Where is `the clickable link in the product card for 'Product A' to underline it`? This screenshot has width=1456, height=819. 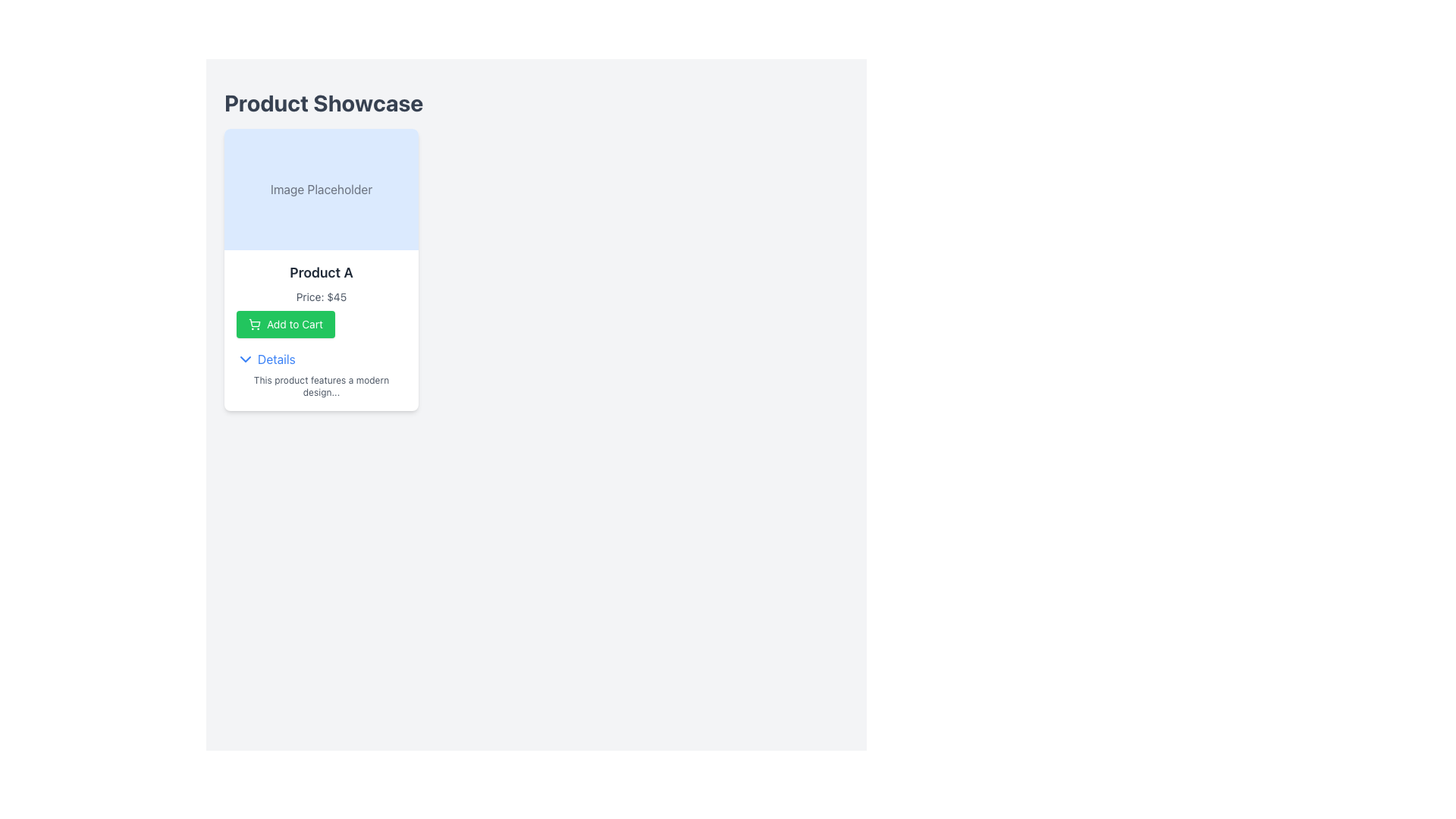
the clickable link in the product card for 'Product A' to underline it is located at coordinates (265, 359).